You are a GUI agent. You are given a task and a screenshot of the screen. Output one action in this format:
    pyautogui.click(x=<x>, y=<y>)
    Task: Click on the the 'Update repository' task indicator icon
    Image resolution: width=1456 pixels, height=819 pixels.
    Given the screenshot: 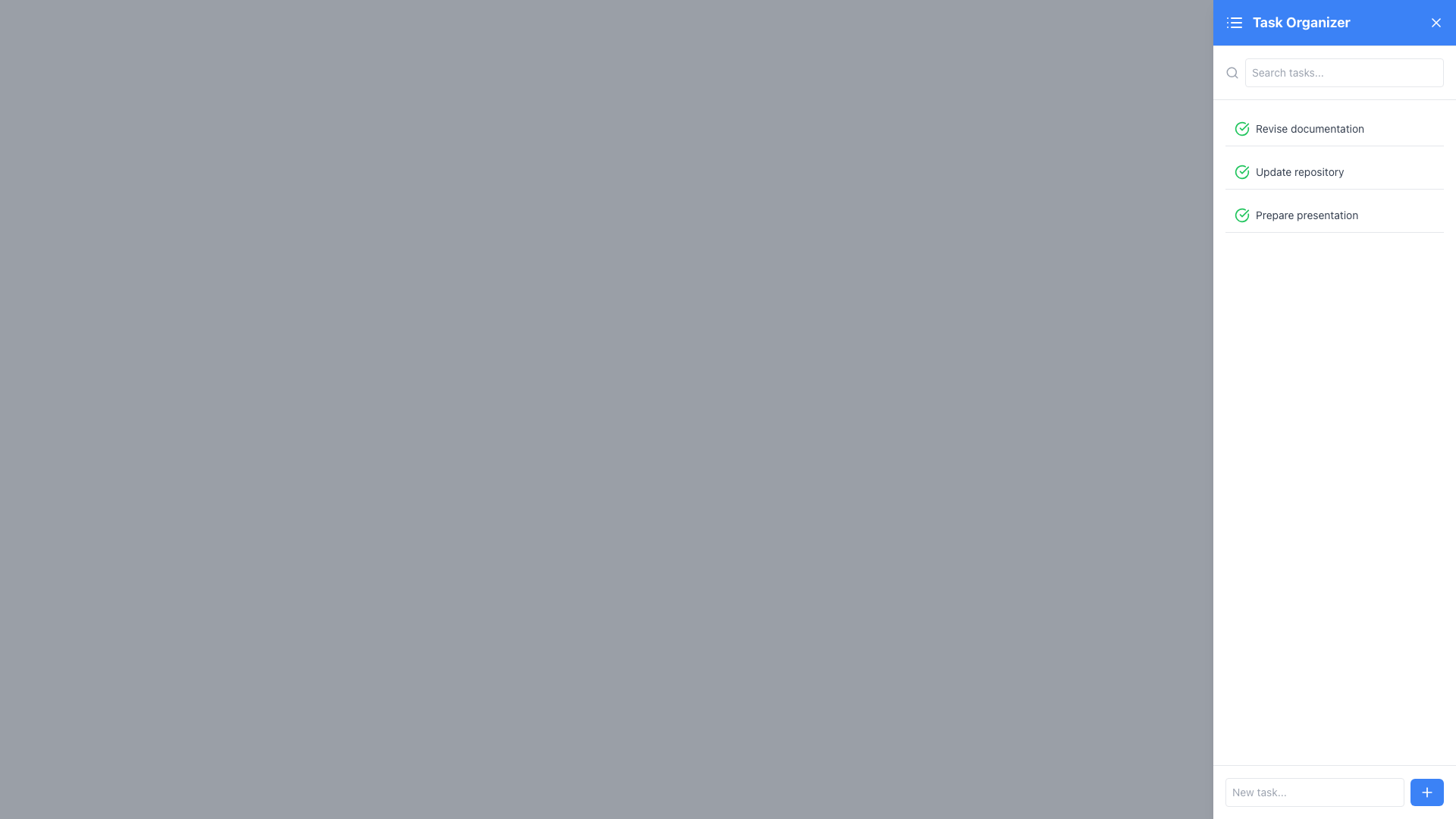 What is the action you would take?
    pyautogui.click(x=1241, y=171)
    